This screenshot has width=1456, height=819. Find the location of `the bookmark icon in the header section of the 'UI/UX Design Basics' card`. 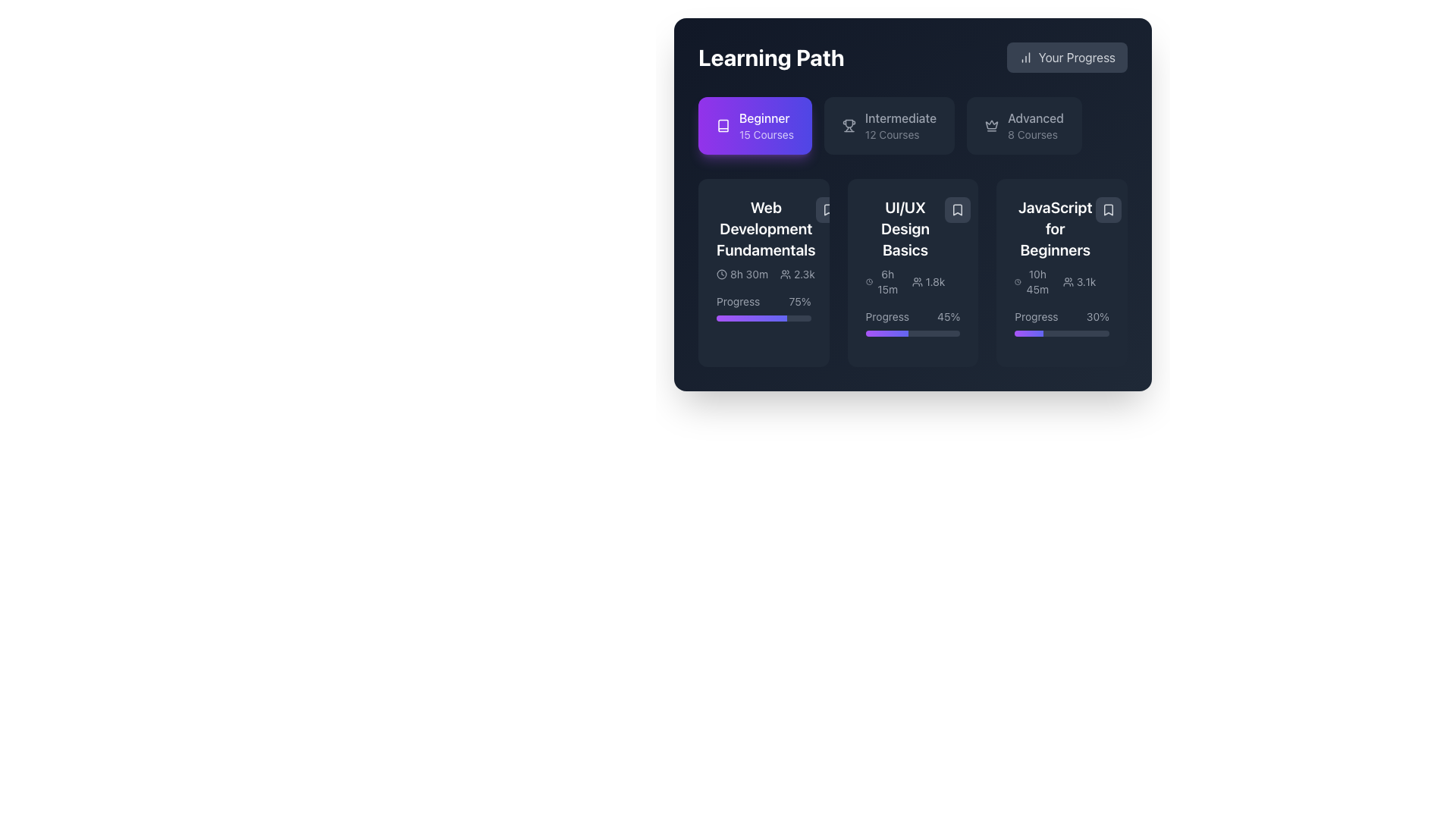

the bookmark icon in the header section of the 'UI/UX Design Basics' card is located at coordinates (957, 210).